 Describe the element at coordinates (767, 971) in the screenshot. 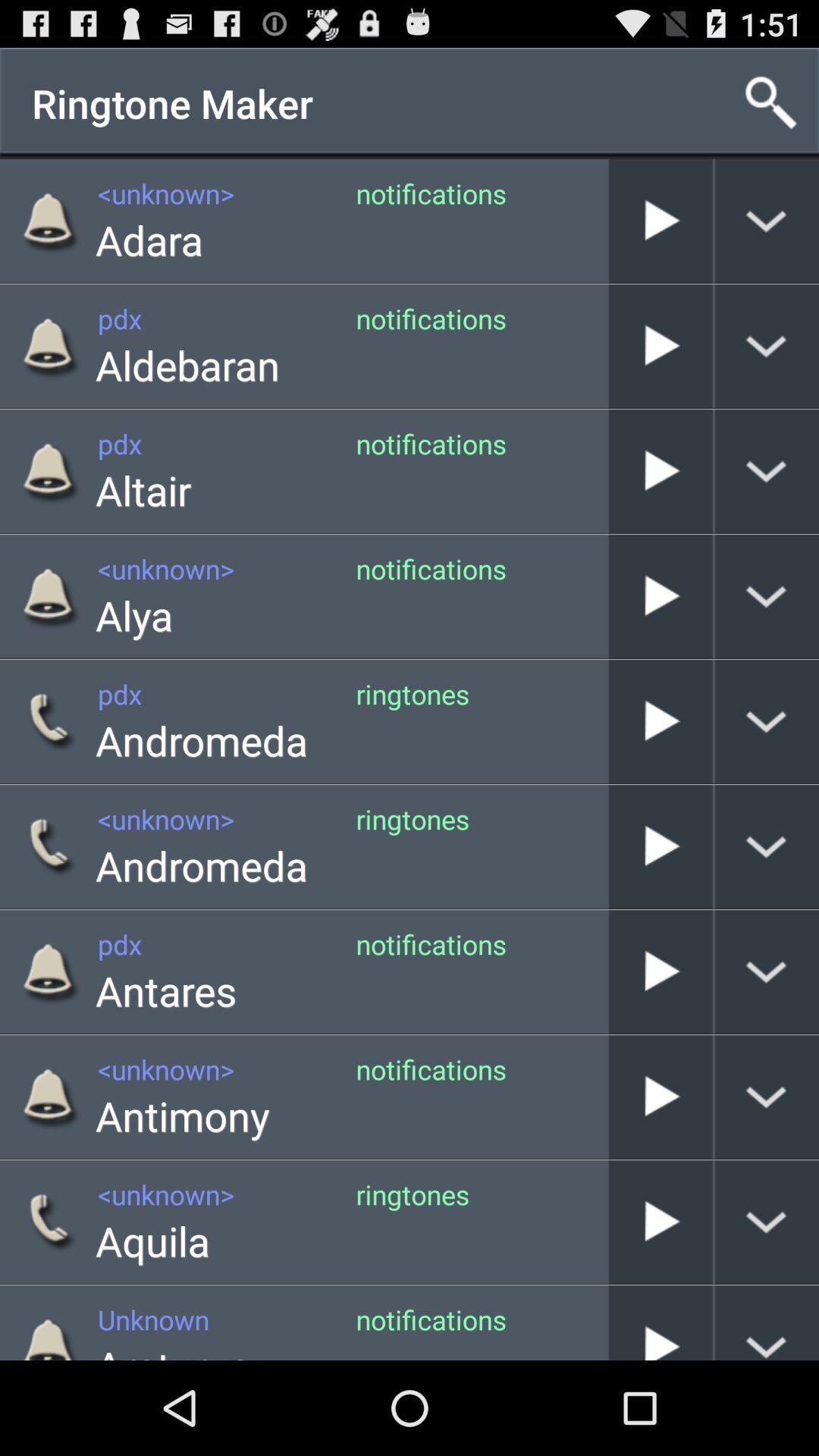

I see `show more options` at that location.